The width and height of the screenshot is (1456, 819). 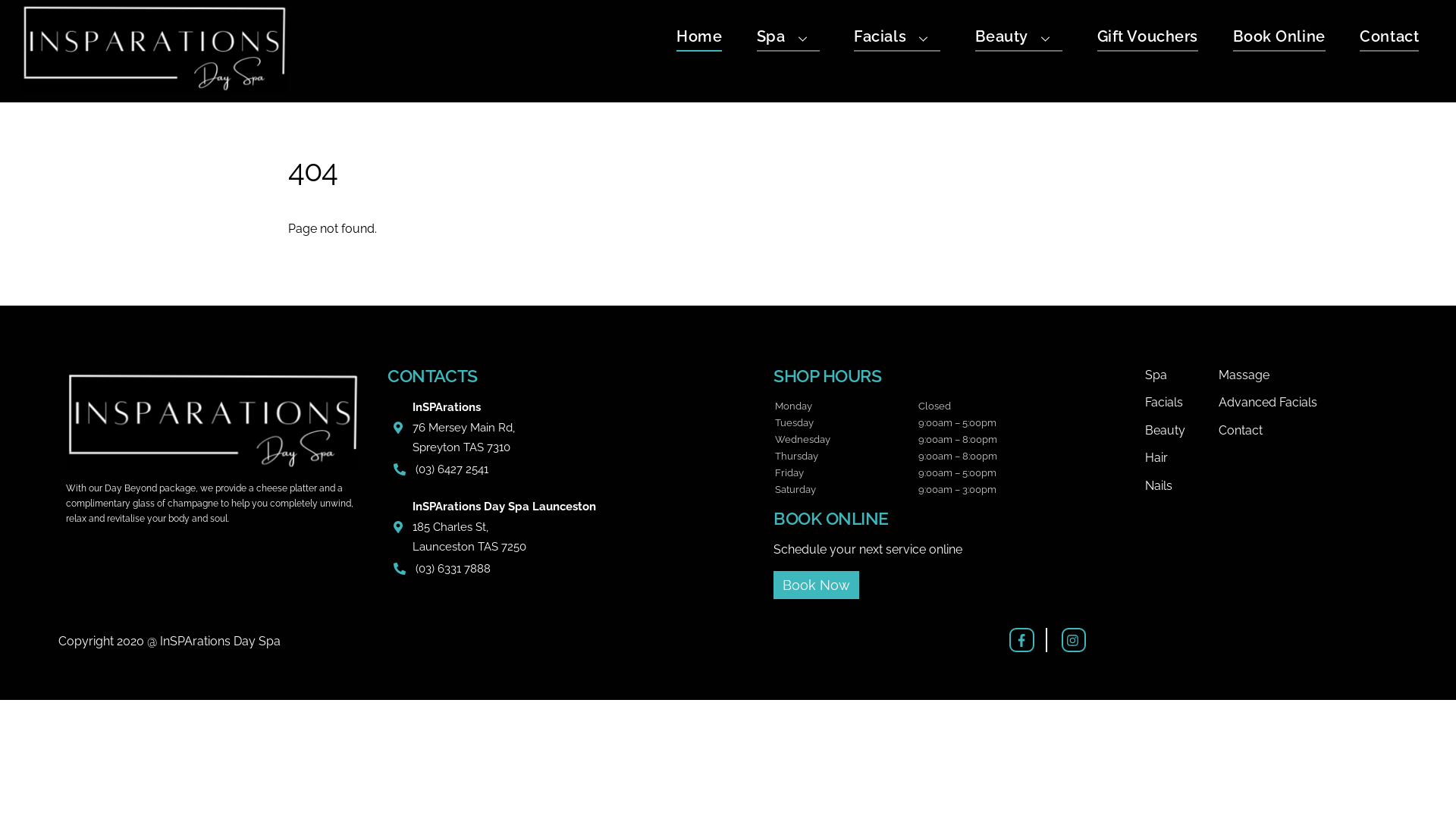 What do you see at coordinates (896, 38) in the screenshot?
I see `'Facials'` at bounding box center [896, 38].